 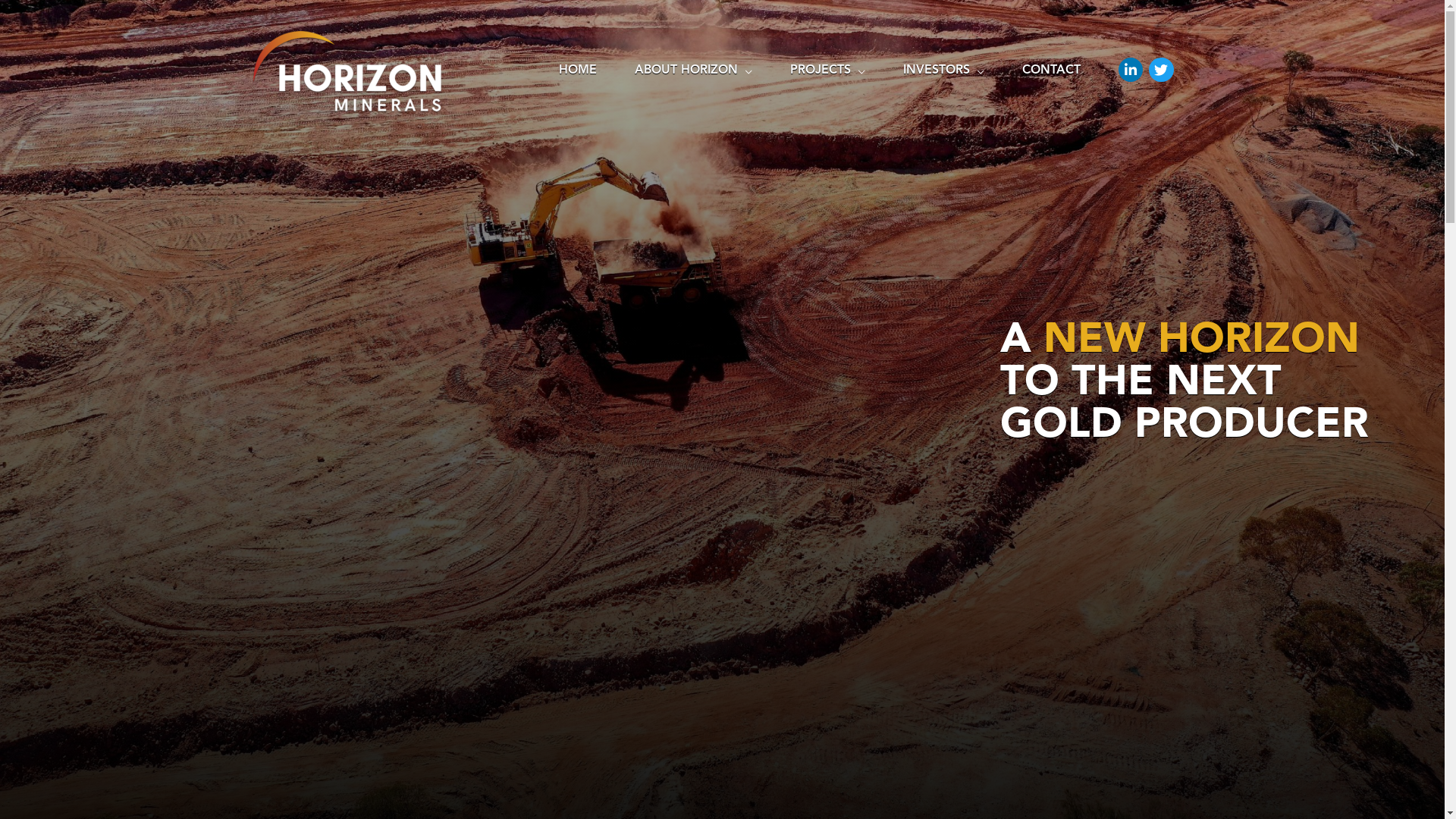 I want to click on 'CONTACT', so click(x=1050, y=72).